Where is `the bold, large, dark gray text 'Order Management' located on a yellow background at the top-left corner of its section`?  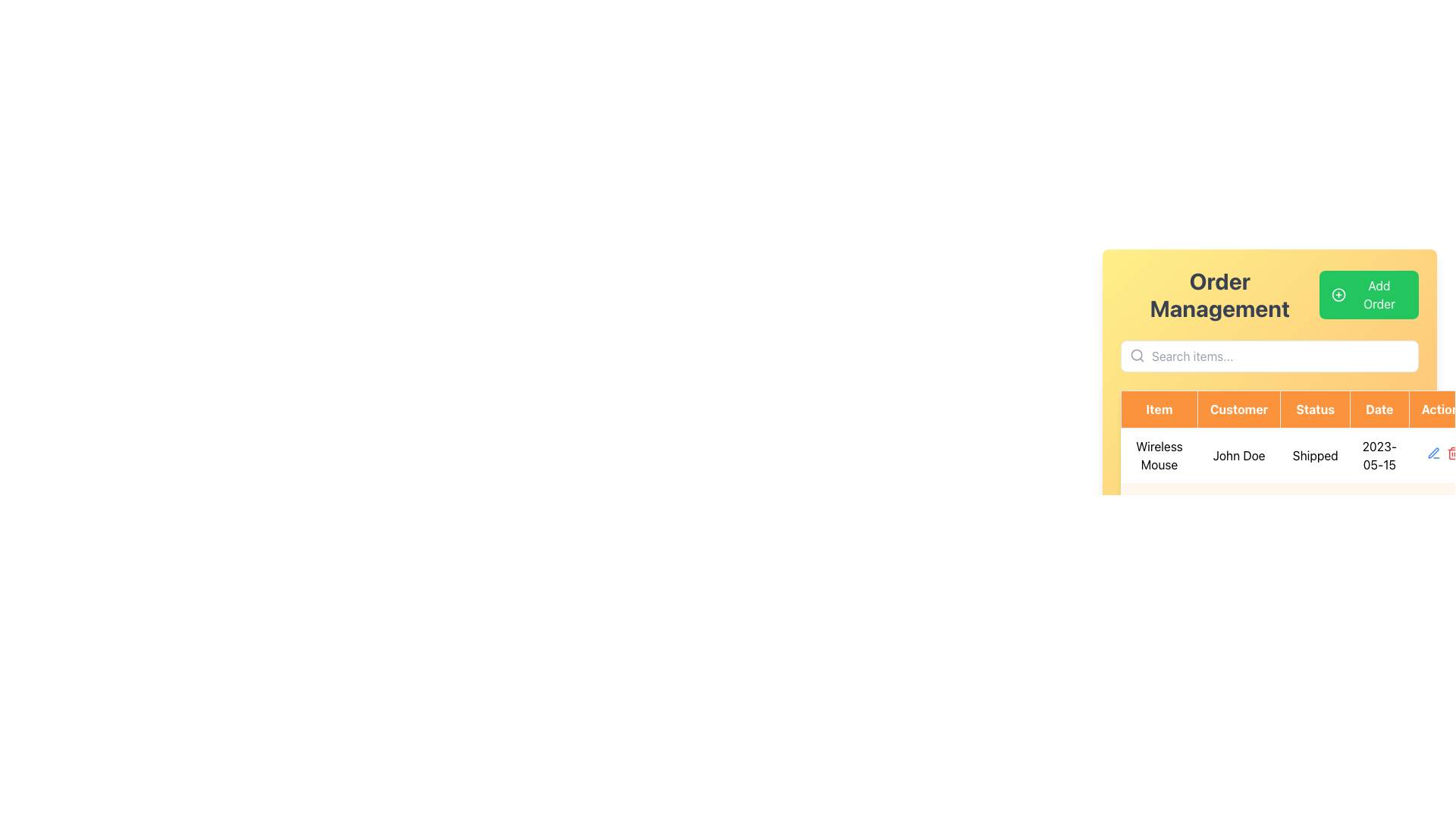 the bold, large, dark gray text 'Order Management' located on a yellow background at the top-left corner of its section is located at coordinates (1219, 295).